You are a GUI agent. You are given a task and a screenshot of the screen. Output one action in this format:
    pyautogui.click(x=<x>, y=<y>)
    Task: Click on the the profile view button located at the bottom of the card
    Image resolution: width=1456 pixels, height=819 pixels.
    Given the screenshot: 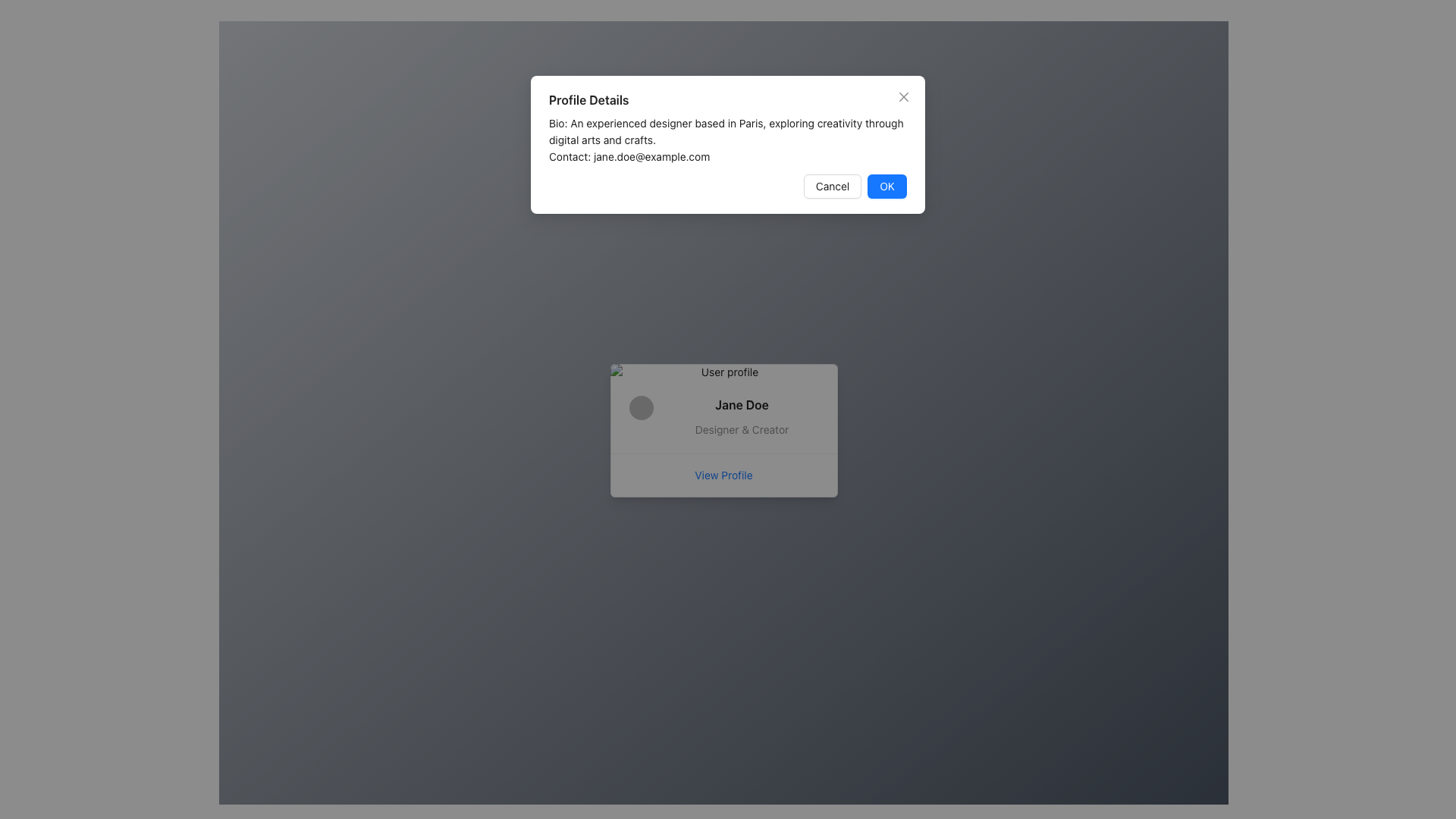 What is the action you would take?
    pyautogui.click(x=723, y=474)
    